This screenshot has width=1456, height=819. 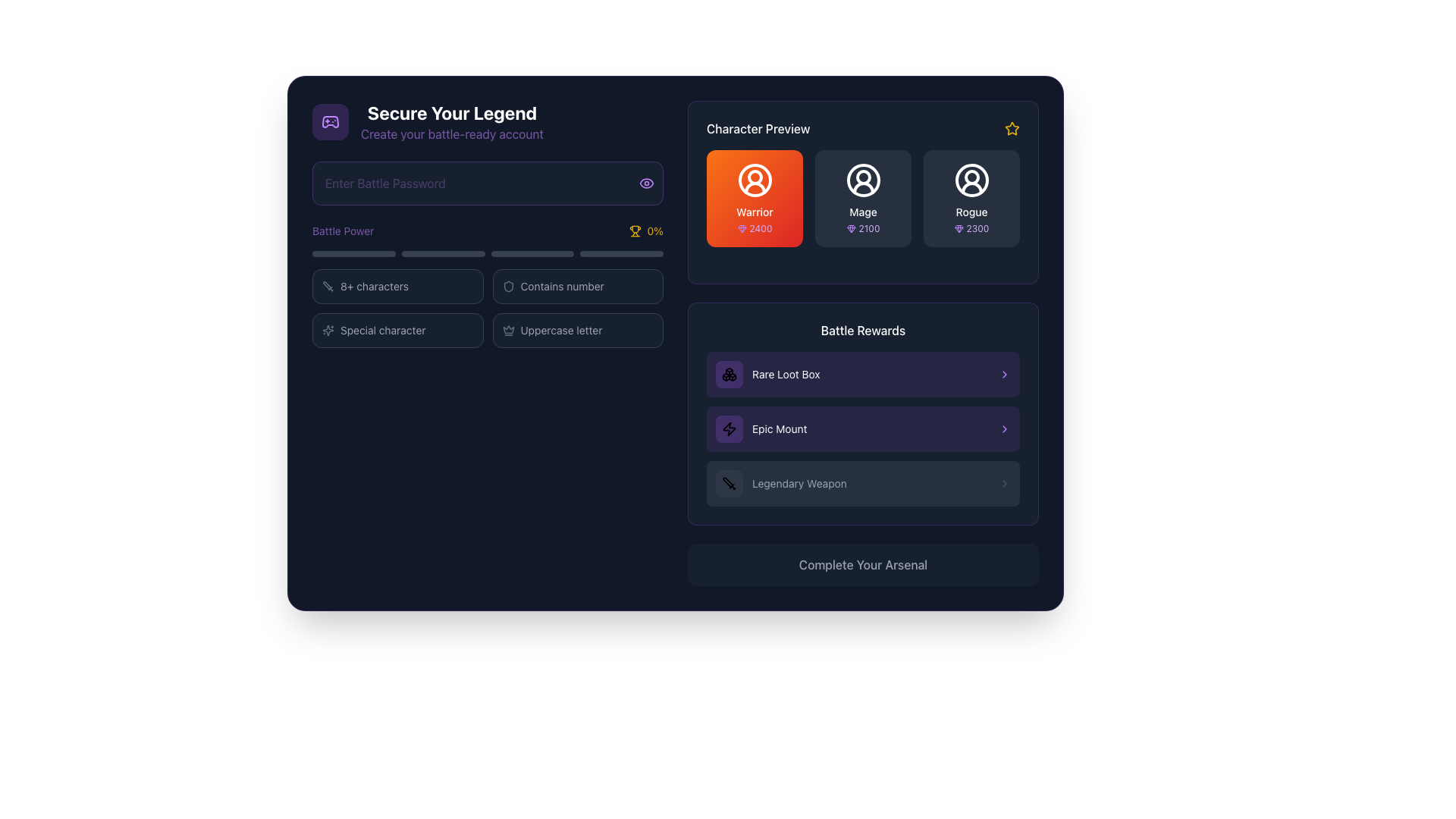 I want to click on the 'Rare Loot Box' label with icon, so click(x=767, y=374).